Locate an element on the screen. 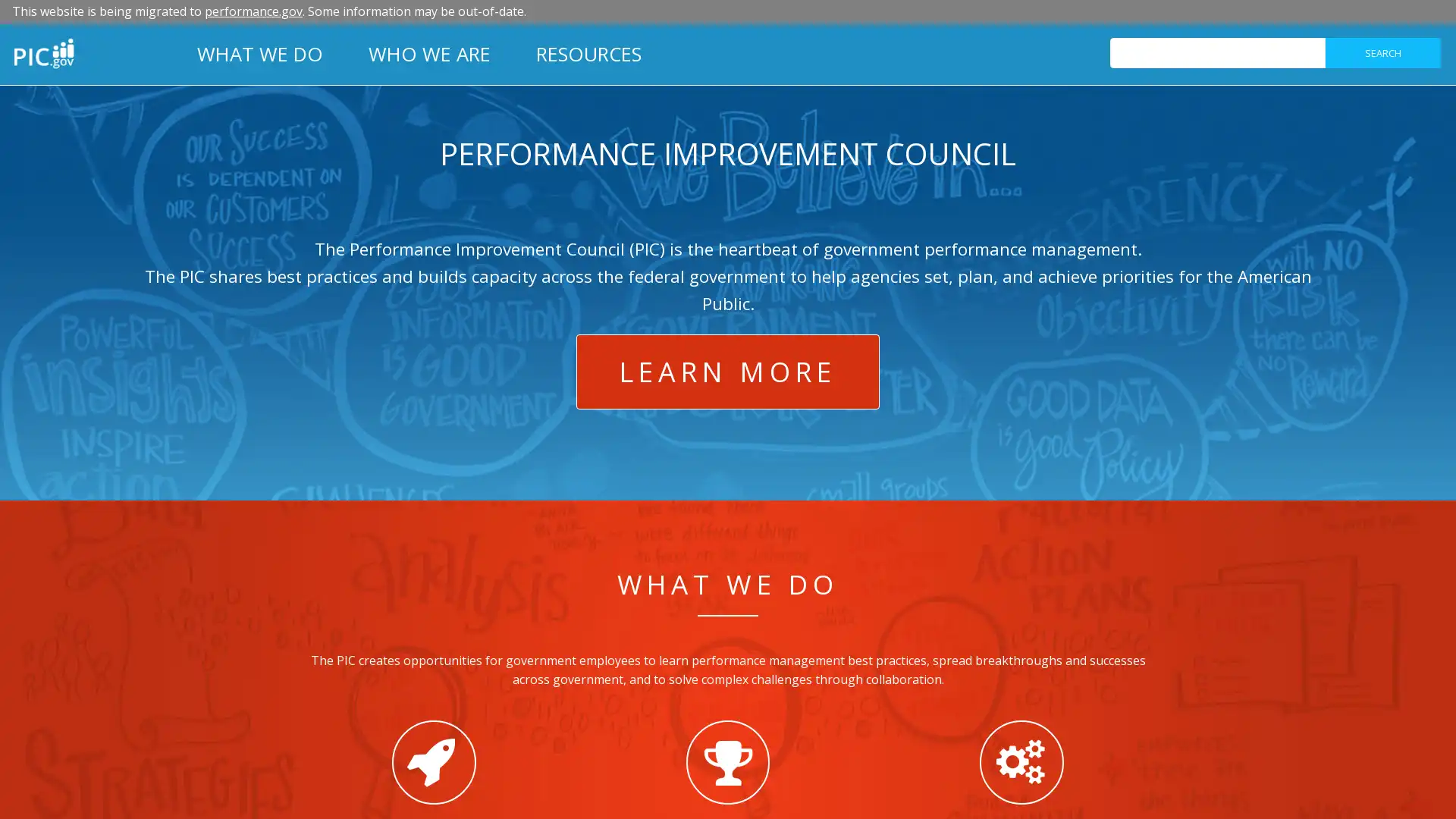  Search is located at coordinates (1382, 52).